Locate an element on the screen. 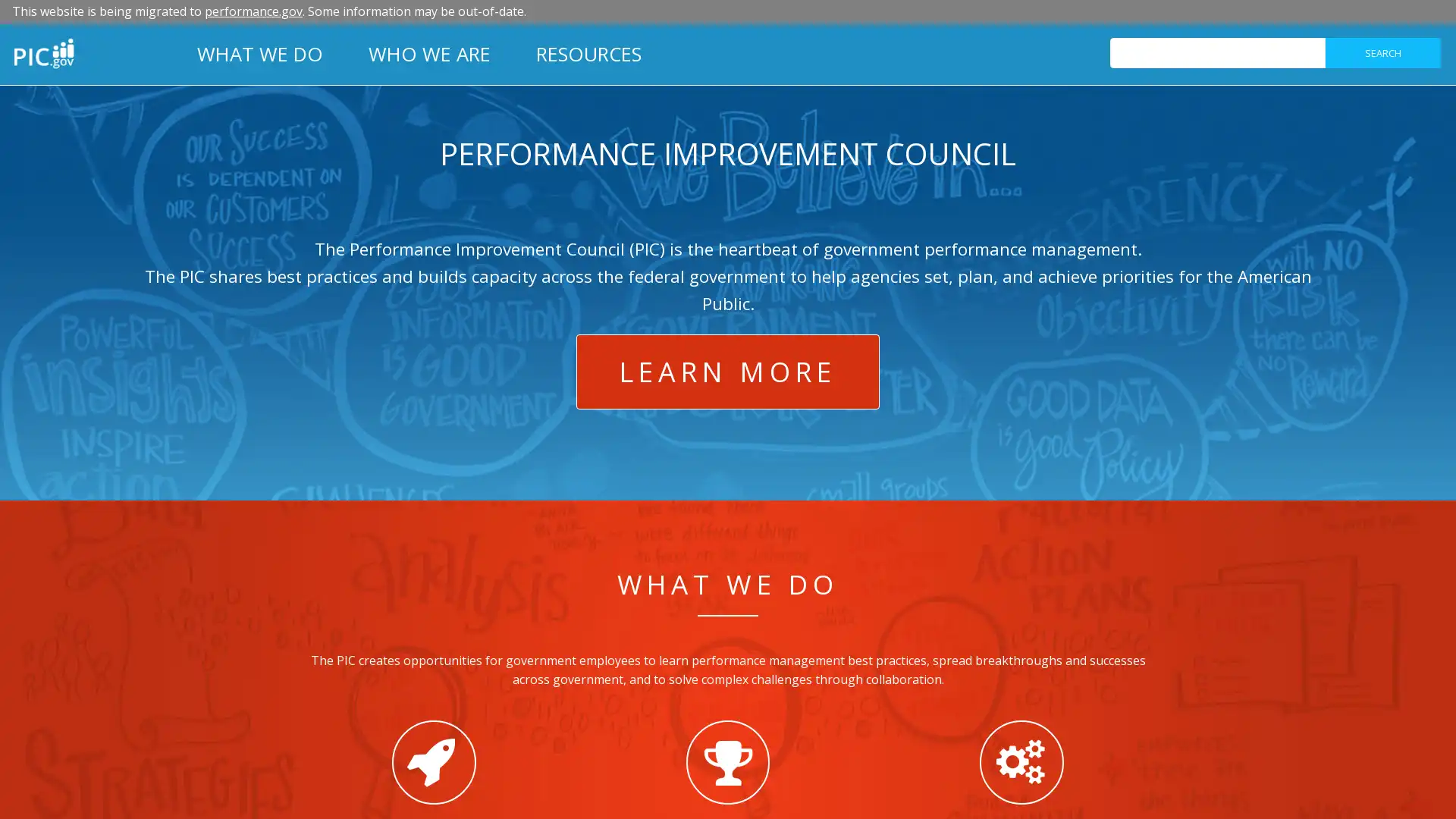  Search is located at coordinates (1382, 52).